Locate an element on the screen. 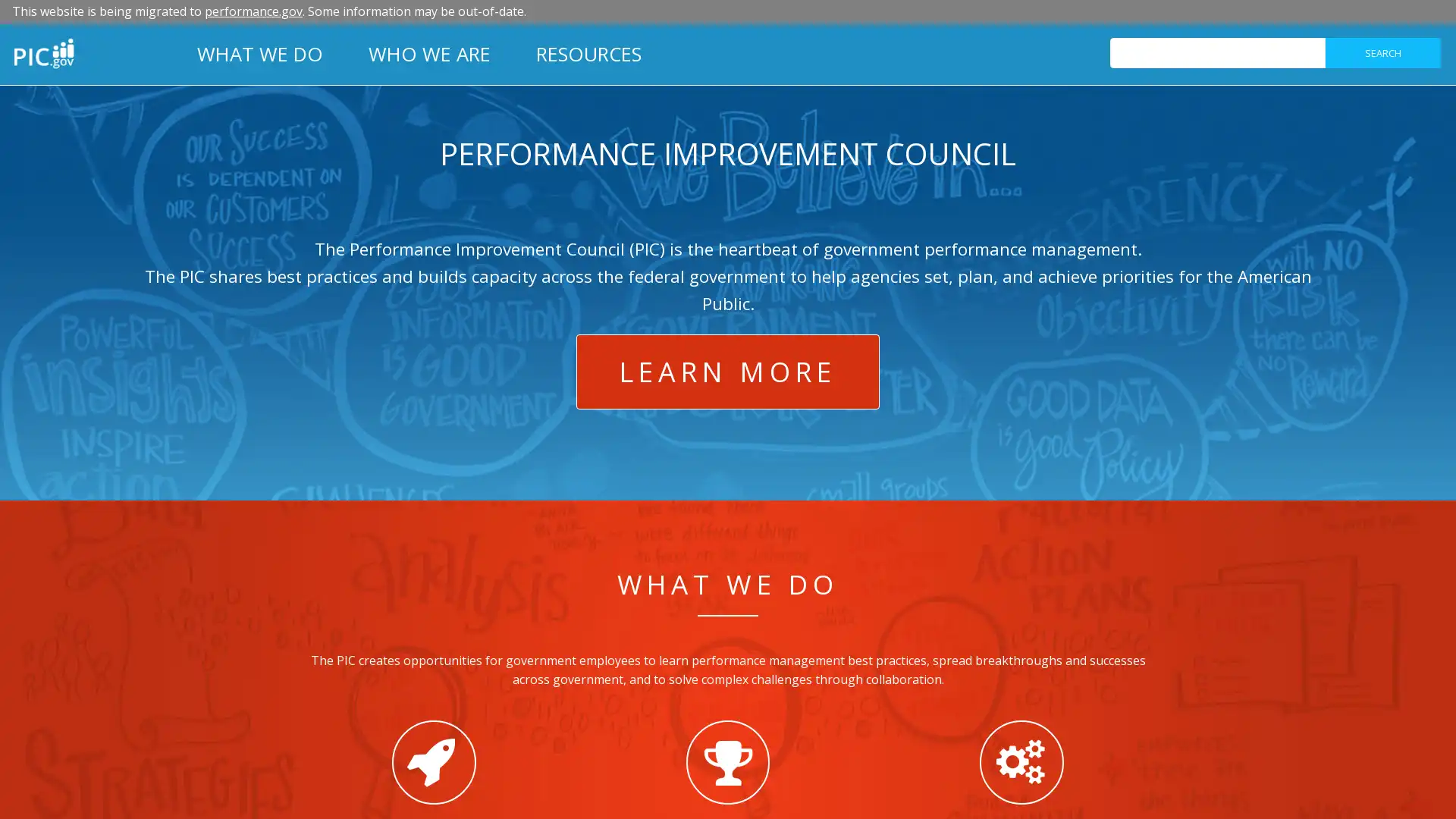  Search is located at coordinates (1382, 52).